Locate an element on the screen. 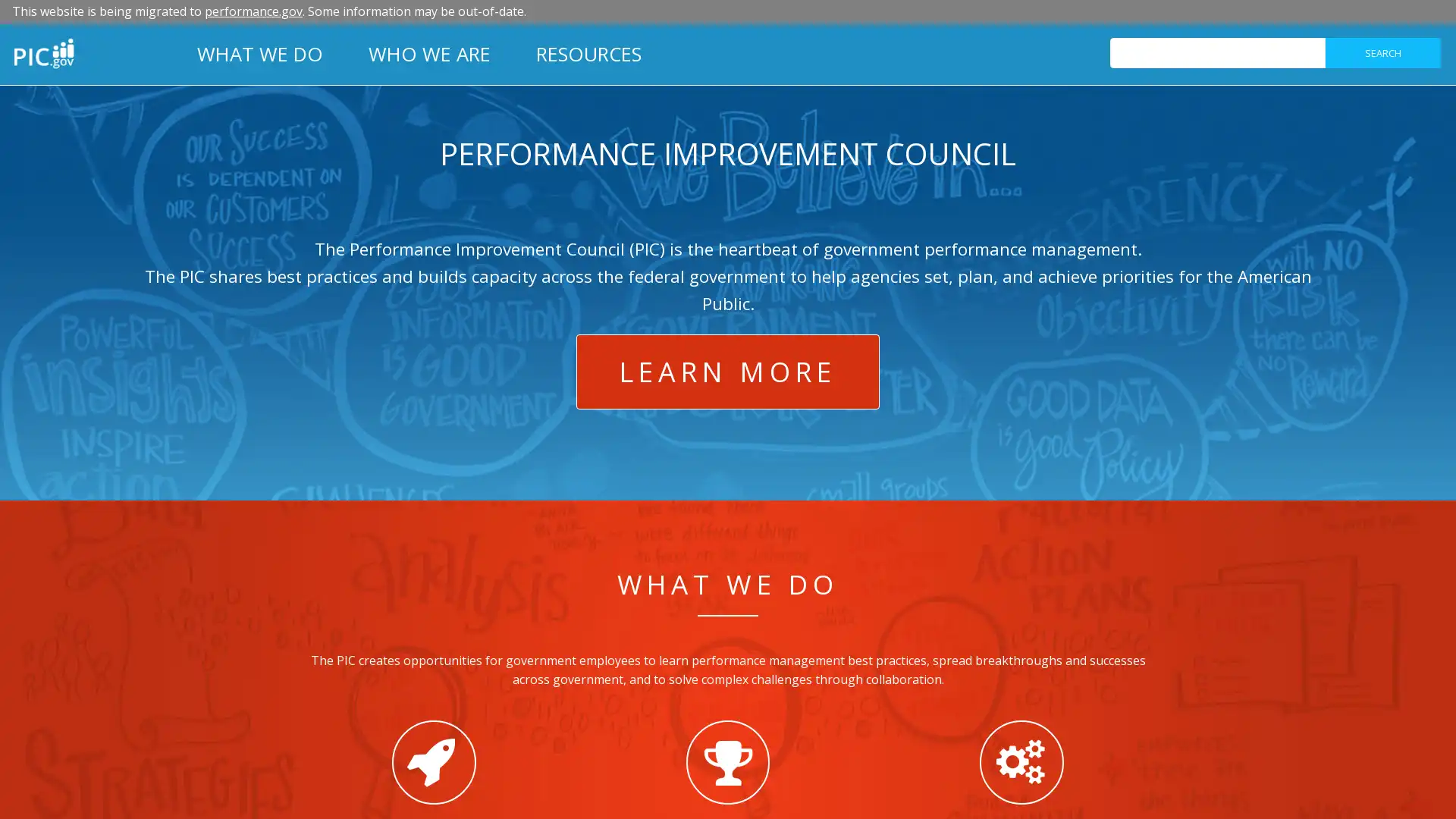  Search is located at coordinates (1382, 52).